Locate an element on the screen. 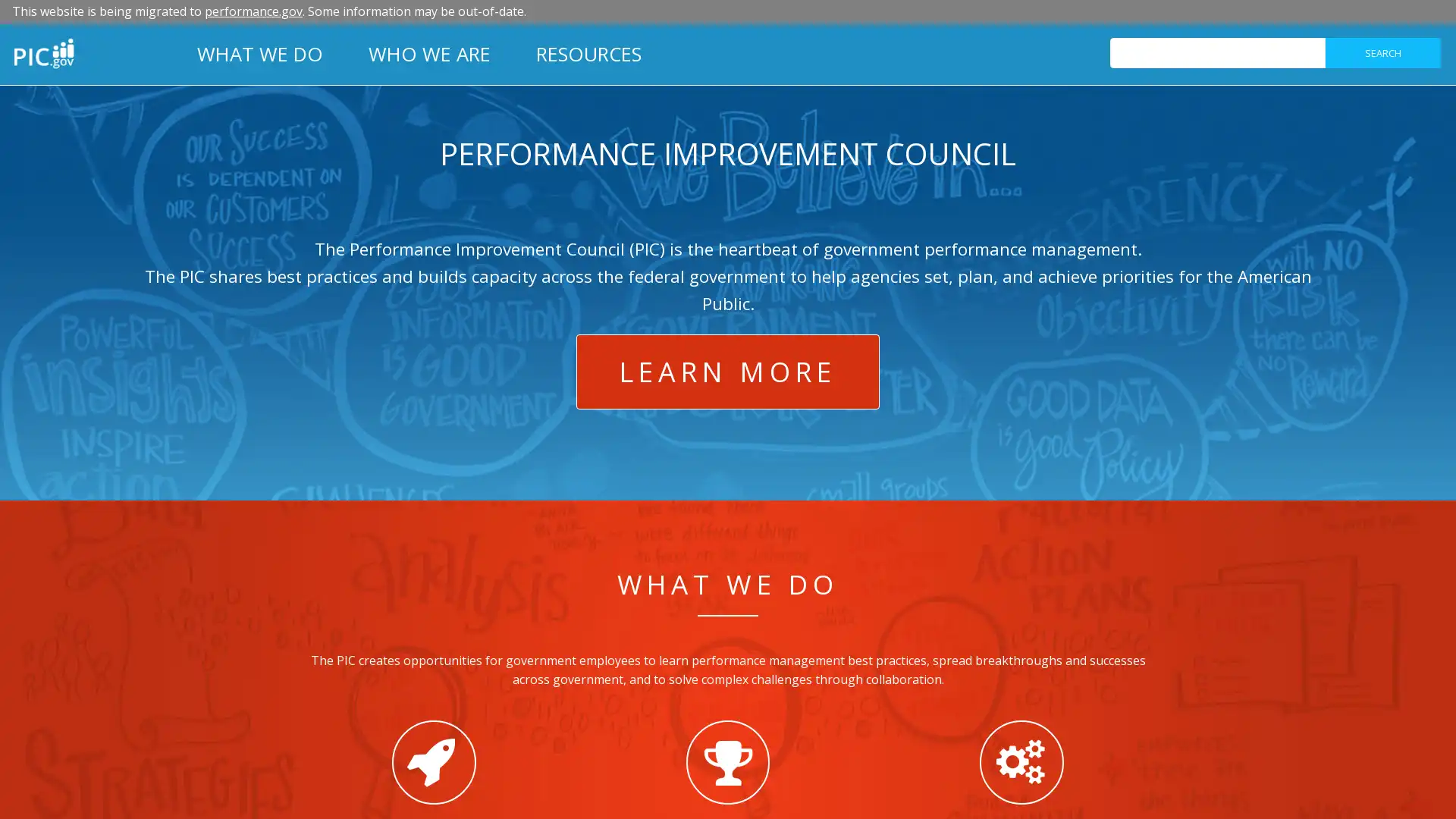  Search is located at coordinates (1382, 52).